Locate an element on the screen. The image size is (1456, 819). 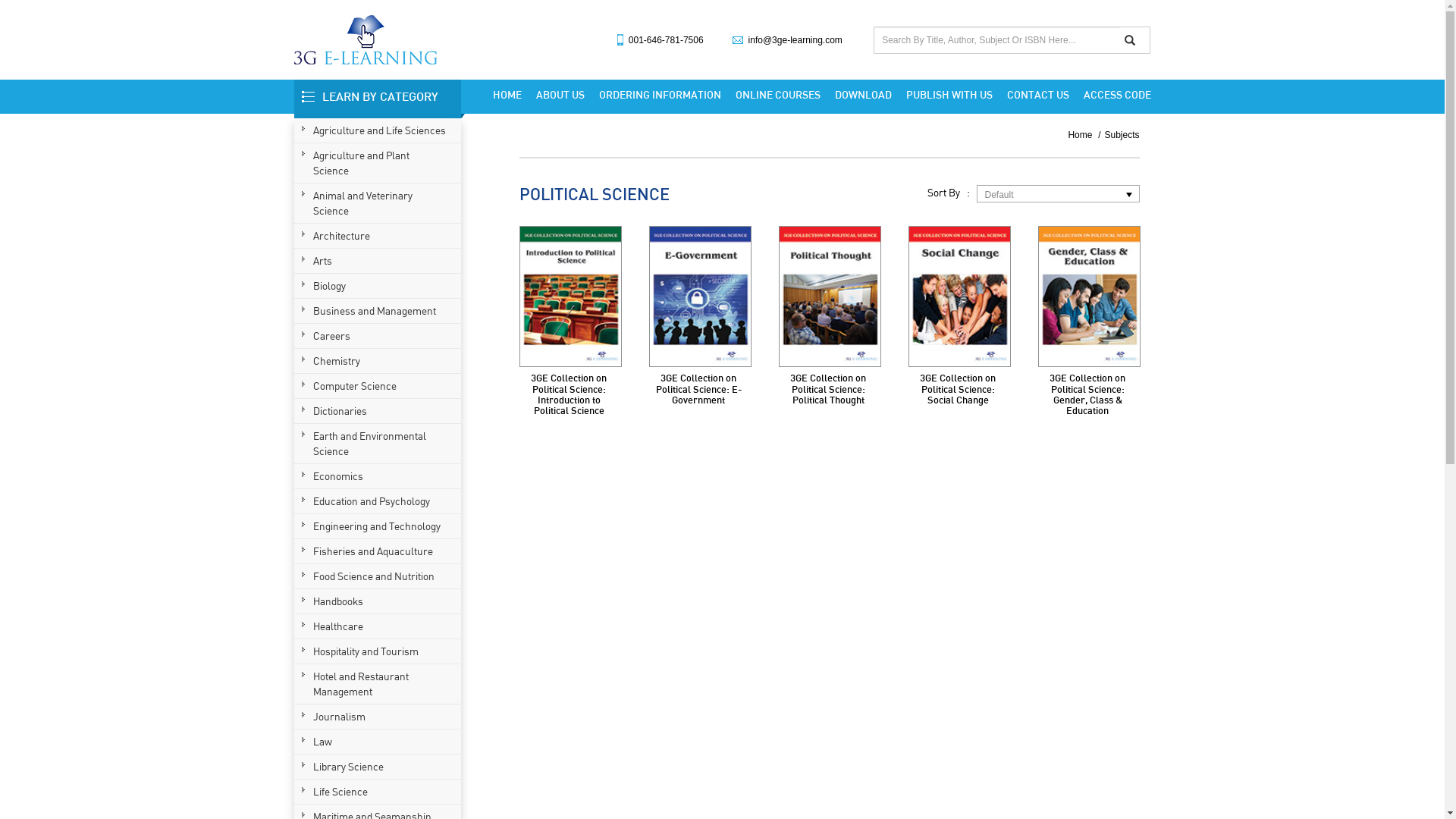
'Engineering and Technology' is located at coordinates (297, 526).